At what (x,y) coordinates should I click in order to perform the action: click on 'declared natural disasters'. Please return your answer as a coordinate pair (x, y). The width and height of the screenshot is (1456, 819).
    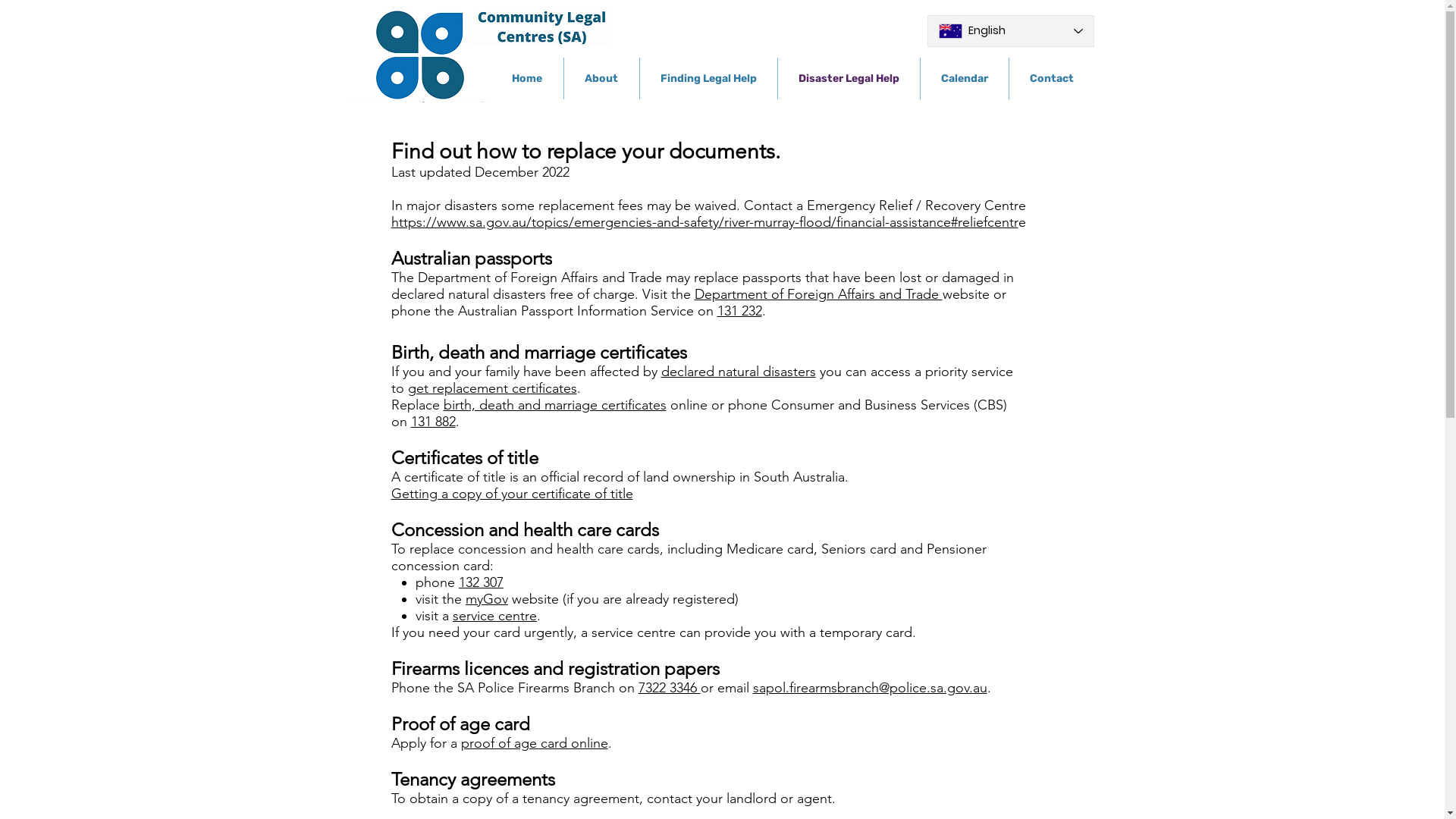
    Looking at the image, I should click on (739, 371).